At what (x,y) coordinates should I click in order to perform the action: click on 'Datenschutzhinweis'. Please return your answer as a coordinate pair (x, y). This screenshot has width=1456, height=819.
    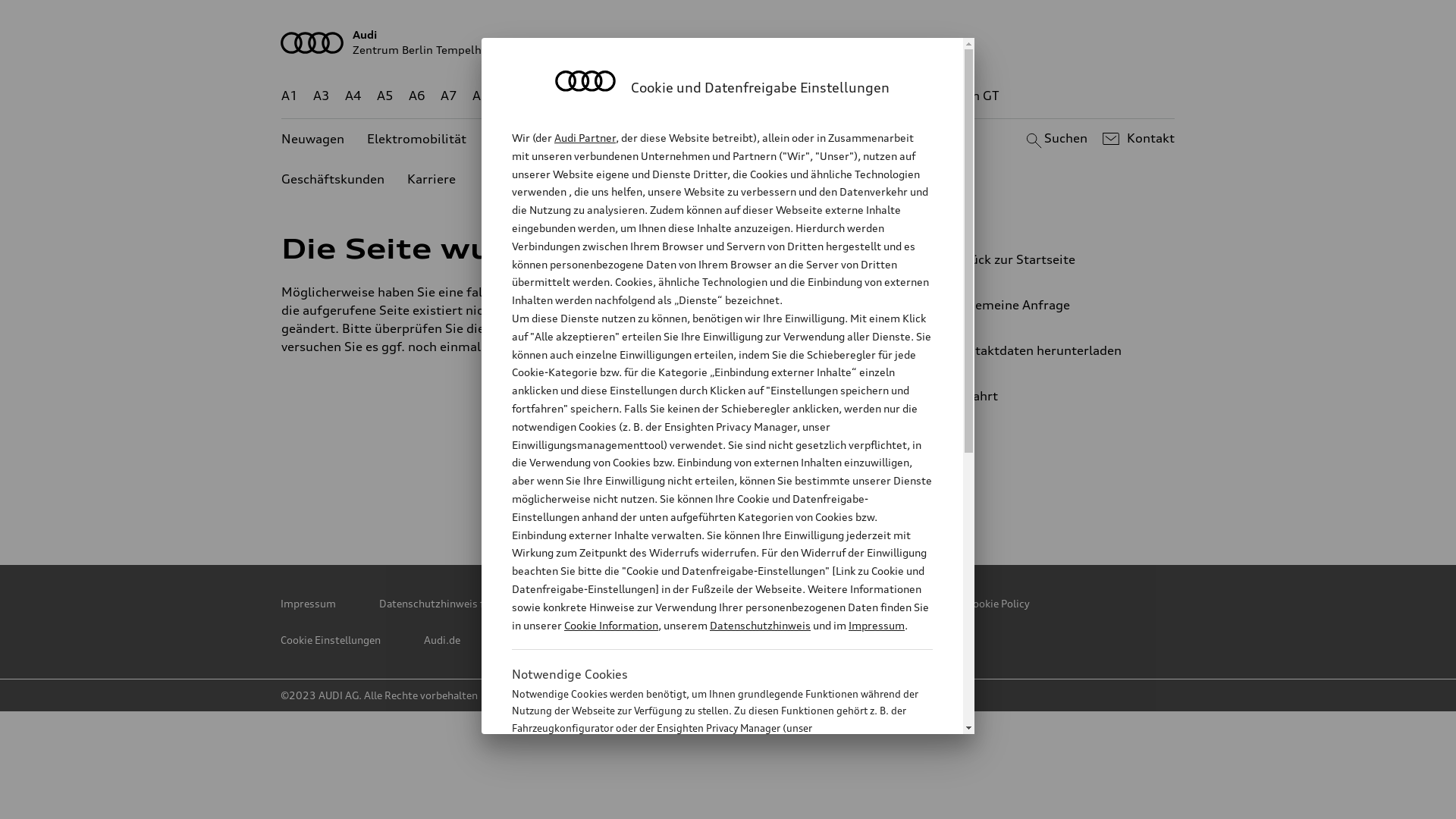
    Looking at the image, I should click on (760, 625).